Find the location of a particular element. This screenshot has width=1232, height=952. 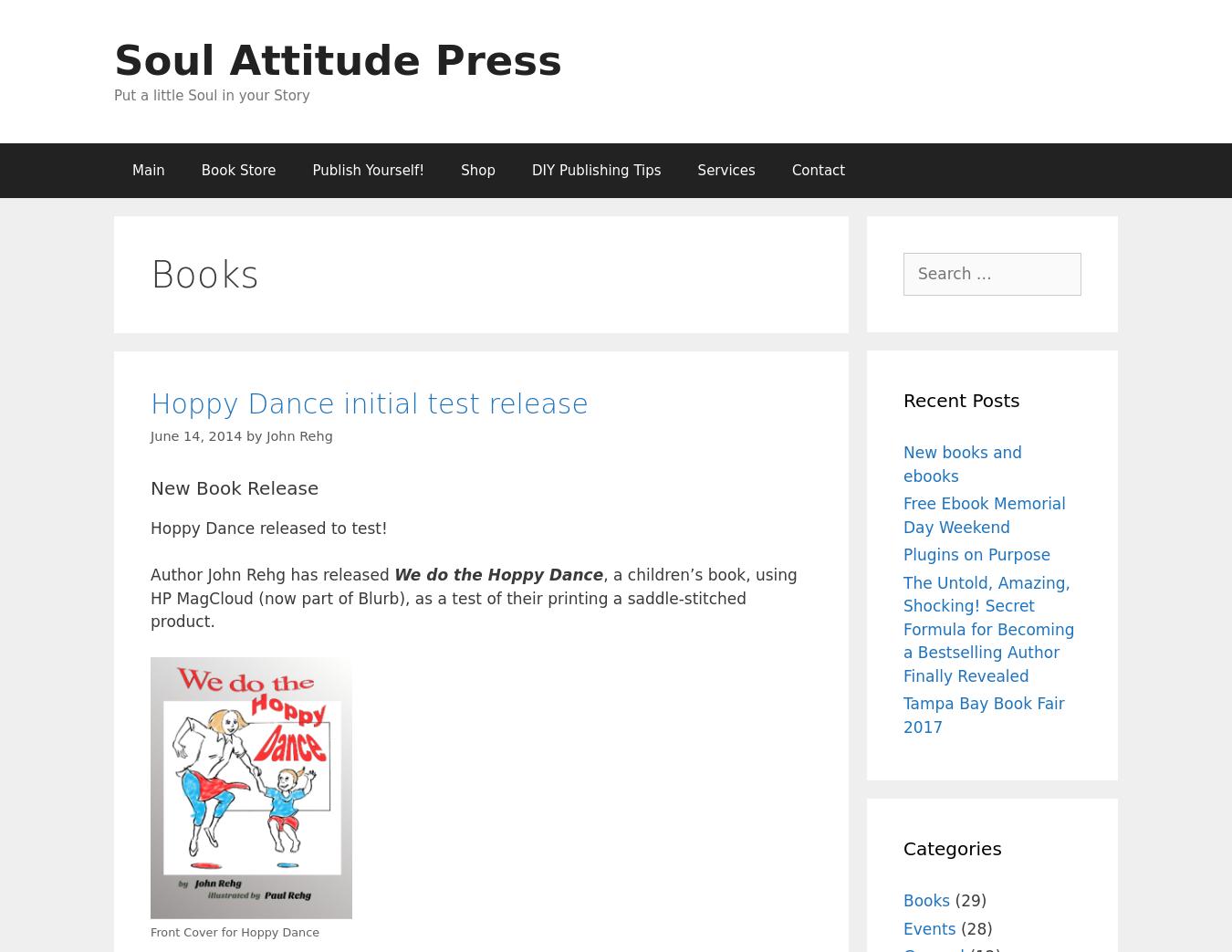

'John Rehg' is located at coordinates (298, 434).